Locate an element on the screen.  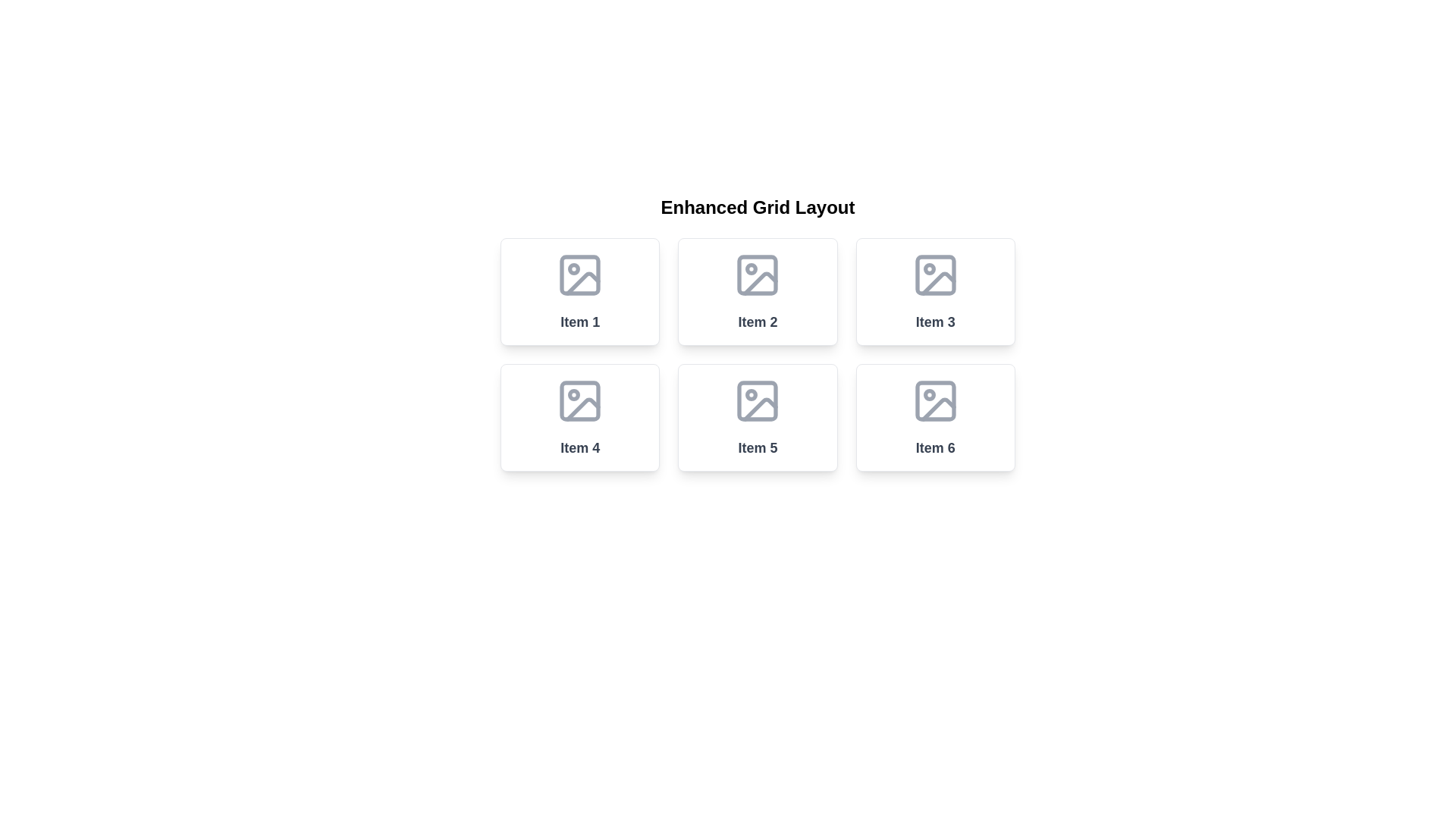
the Text Label that serves as a label for the second item in a 3x2 grid layout, positioned in the top middle cell, aiding user navigation and selection is located at coordinates (758, 321).